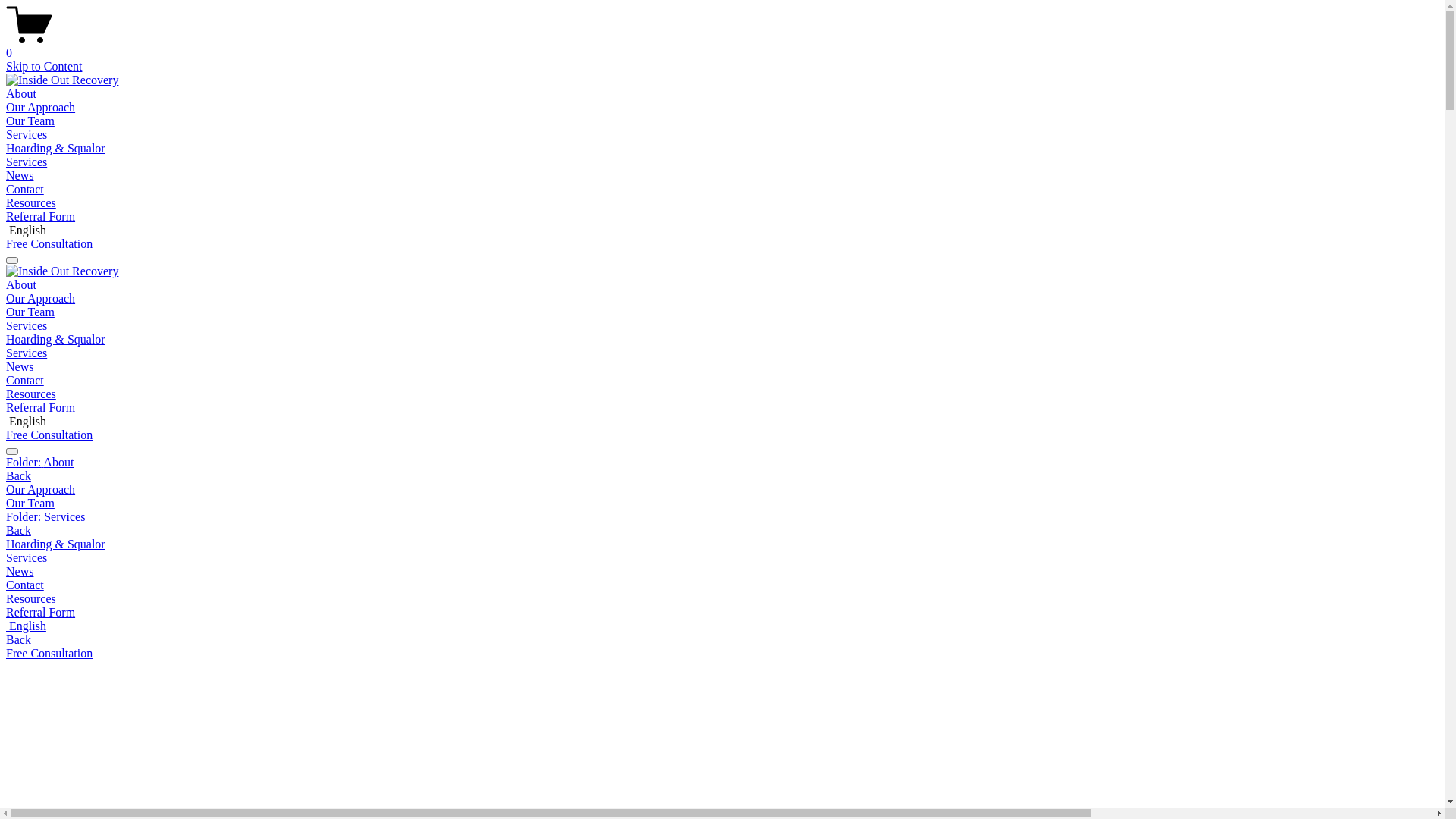 This screenshot has width=1456, height=819. What do you see at coordinates (49, 435) in the screenshot?
I see `'Free Consultation'` at bounding box center [49, 435].